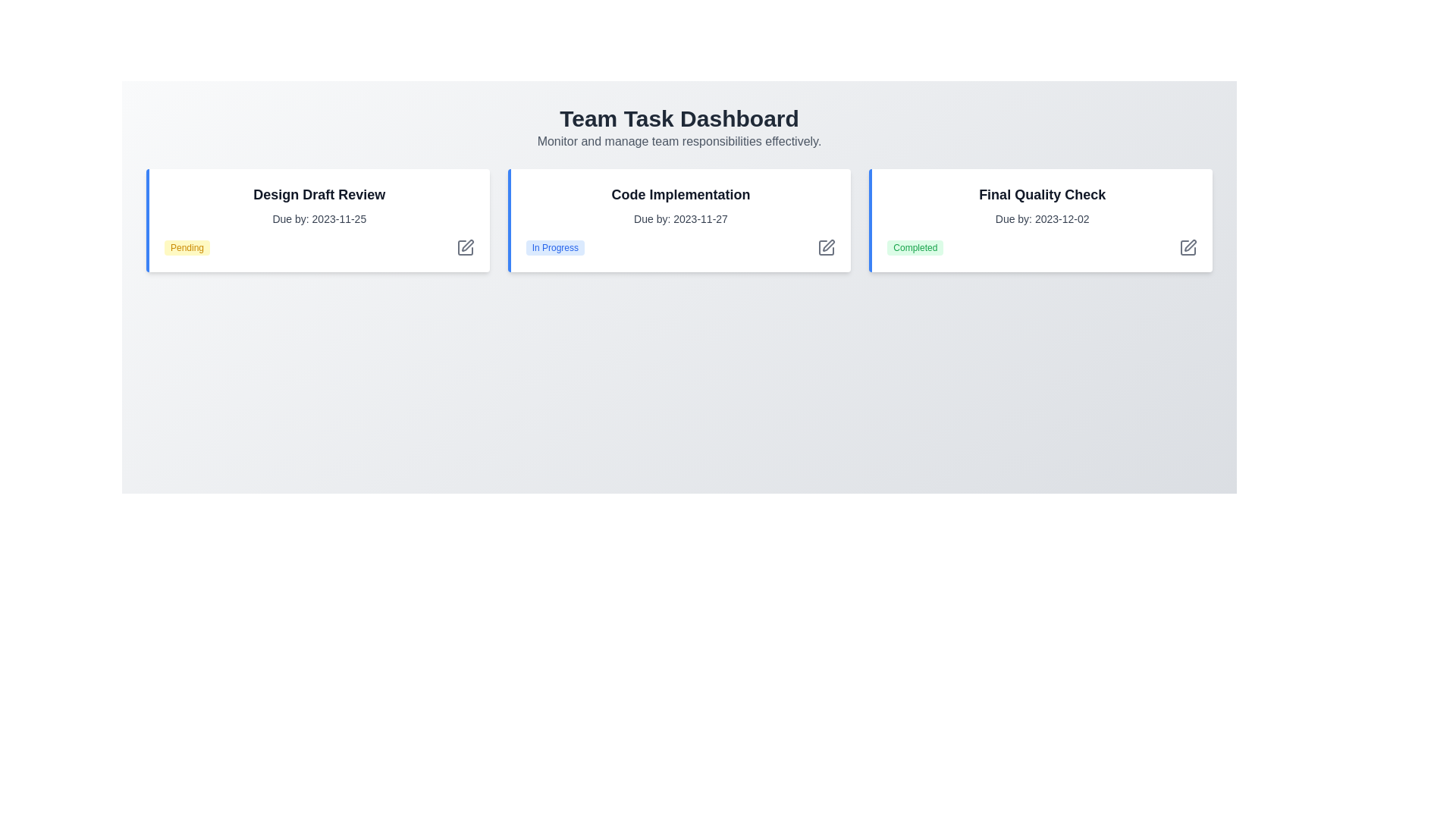 This screenshot has width=1456, height=819. What do you see at coordinates (1041, 194) in the screenshot?
I see `the Text label that serves as the title or heading for the associated task card, located at the top of the card in a three-column layout` at bounding box center [1041, 194].